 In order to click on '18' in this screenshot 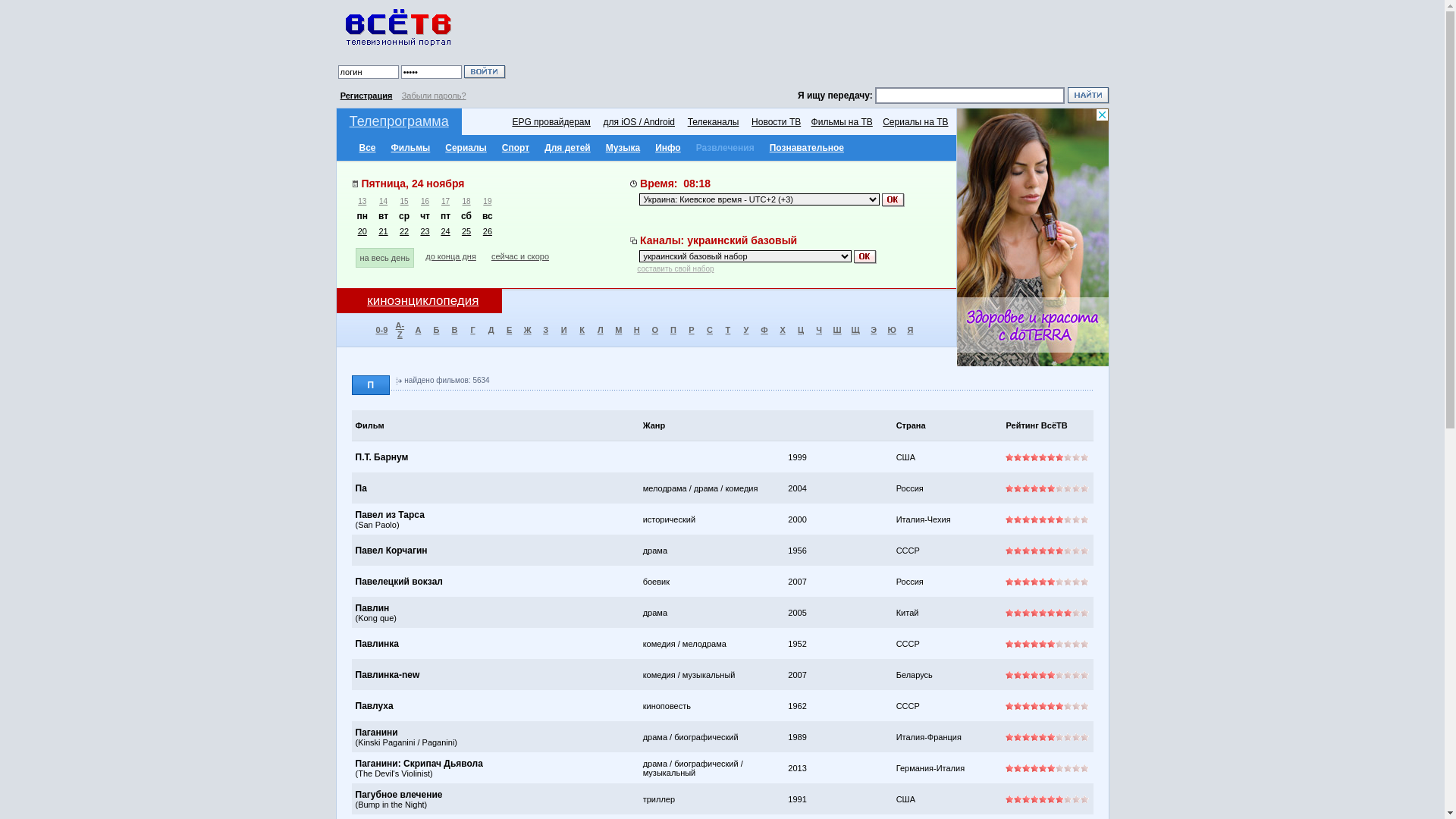, I will do `click(461, 200)`.